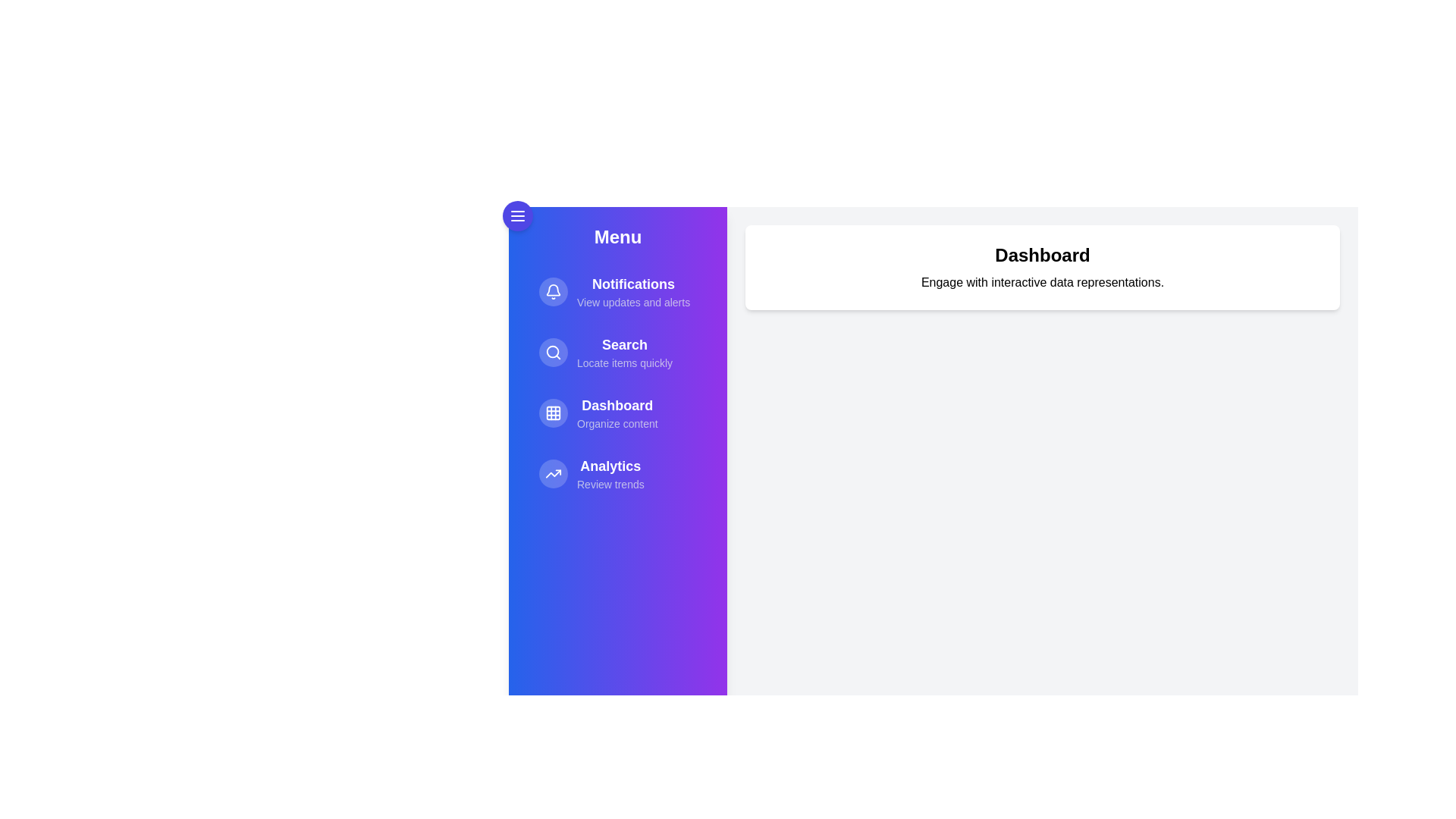 This screenshot has width=1456, height=819. I want to click on the menu item Analytics to navigate or perform its action, so click(618, 472).